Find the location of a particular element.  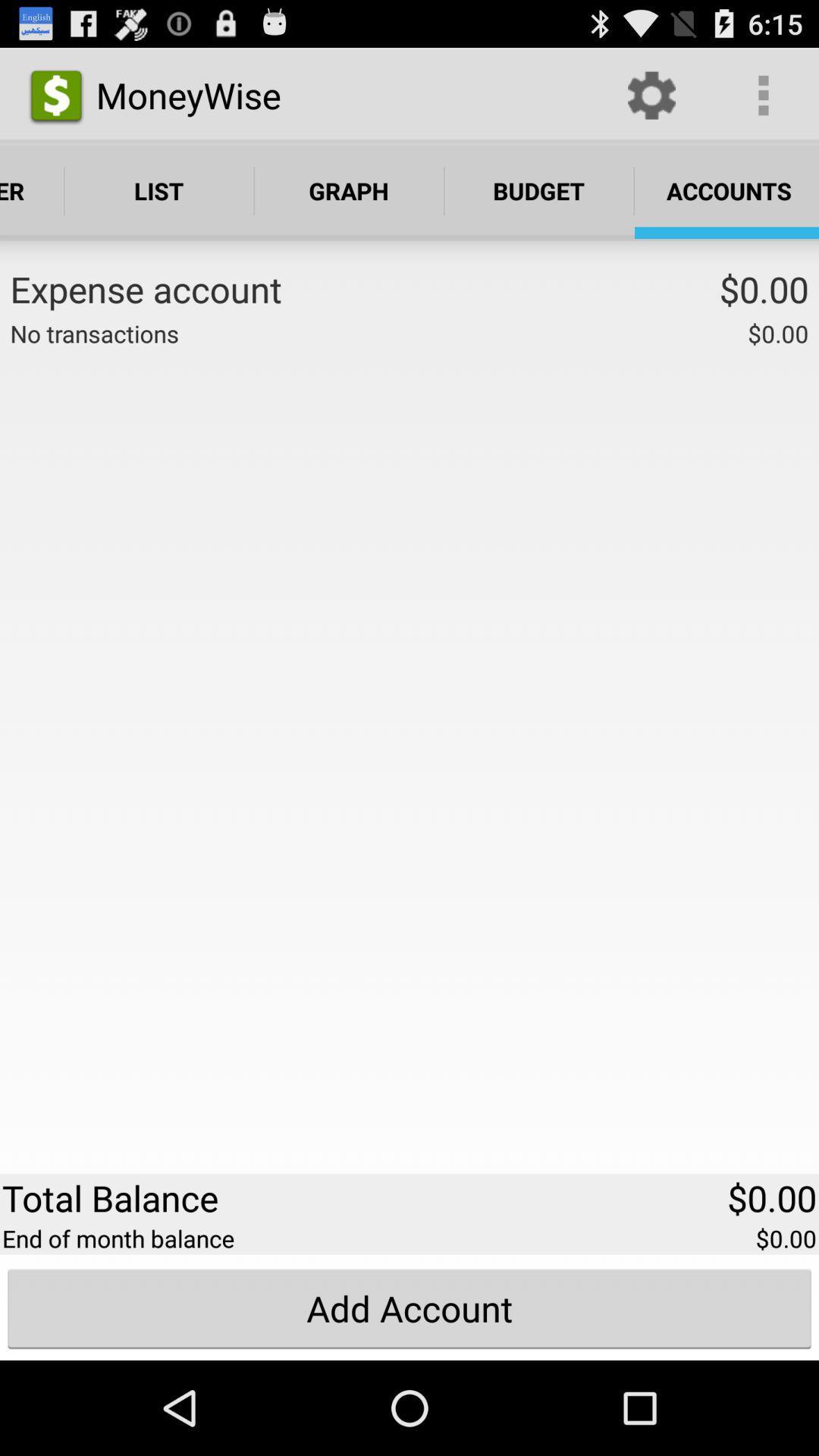

the item below the end of month item is located at coordinates (409, 1307).